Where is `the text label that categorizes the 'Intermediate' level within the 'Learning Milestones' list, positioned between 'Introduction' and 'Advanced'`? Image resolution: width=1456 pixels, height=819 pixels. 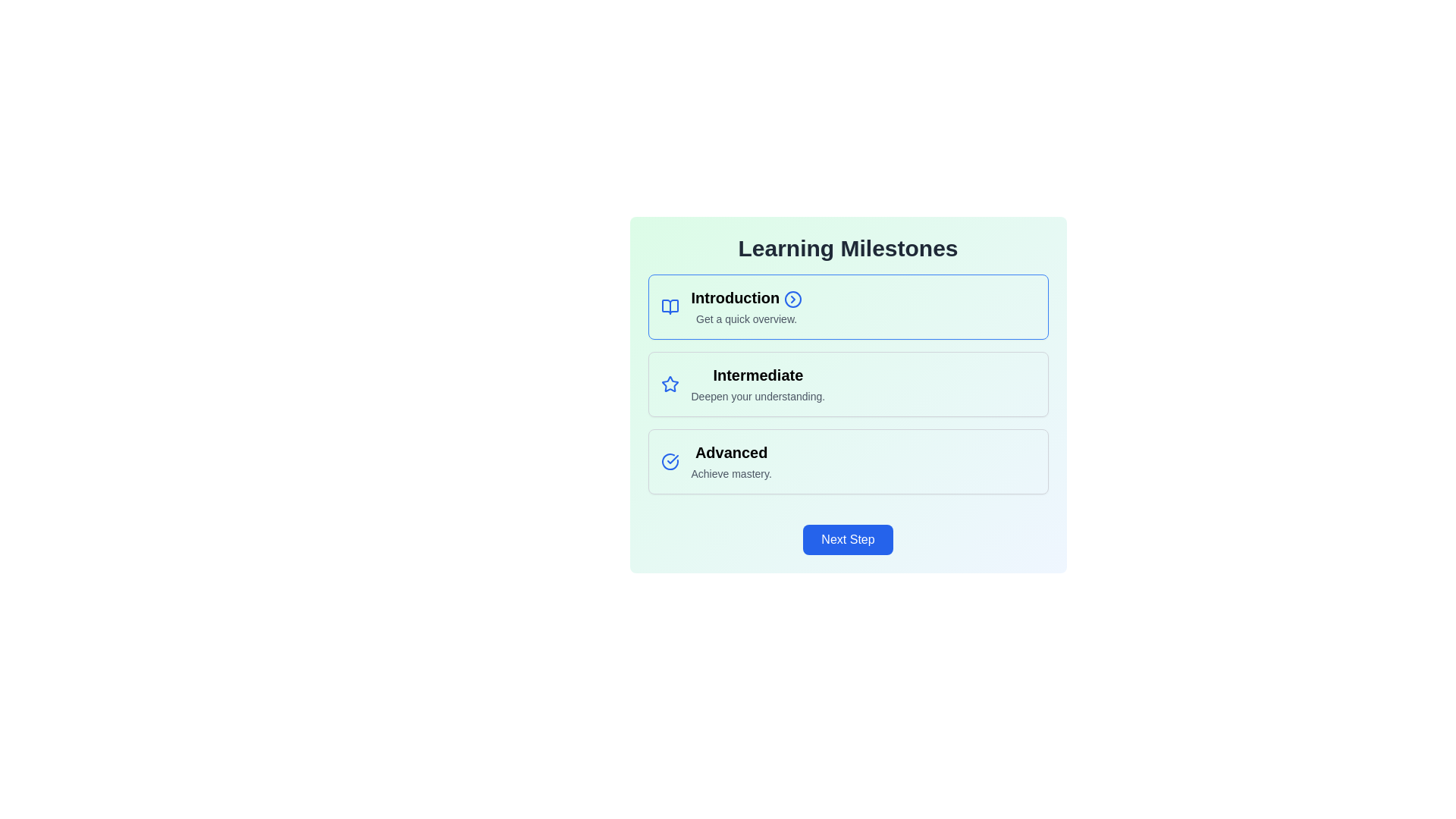 the text label that categorizes the 'Intermediate' level within the 'Learning Milestones' list, positioned between 'Introduction' and 'Advanced' is located at coordinates (758, 375).